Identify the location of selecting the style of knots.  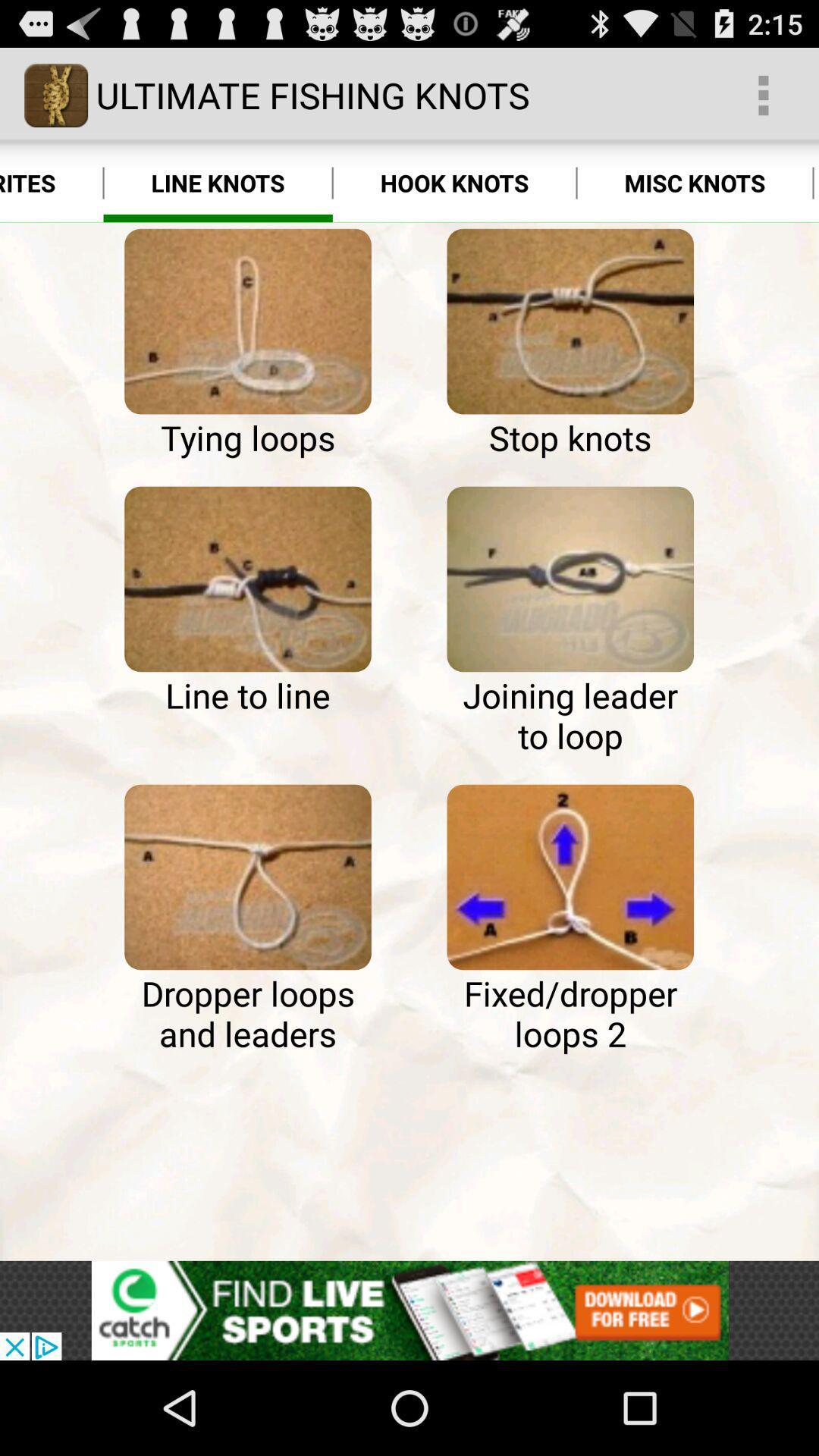
(247, 877).